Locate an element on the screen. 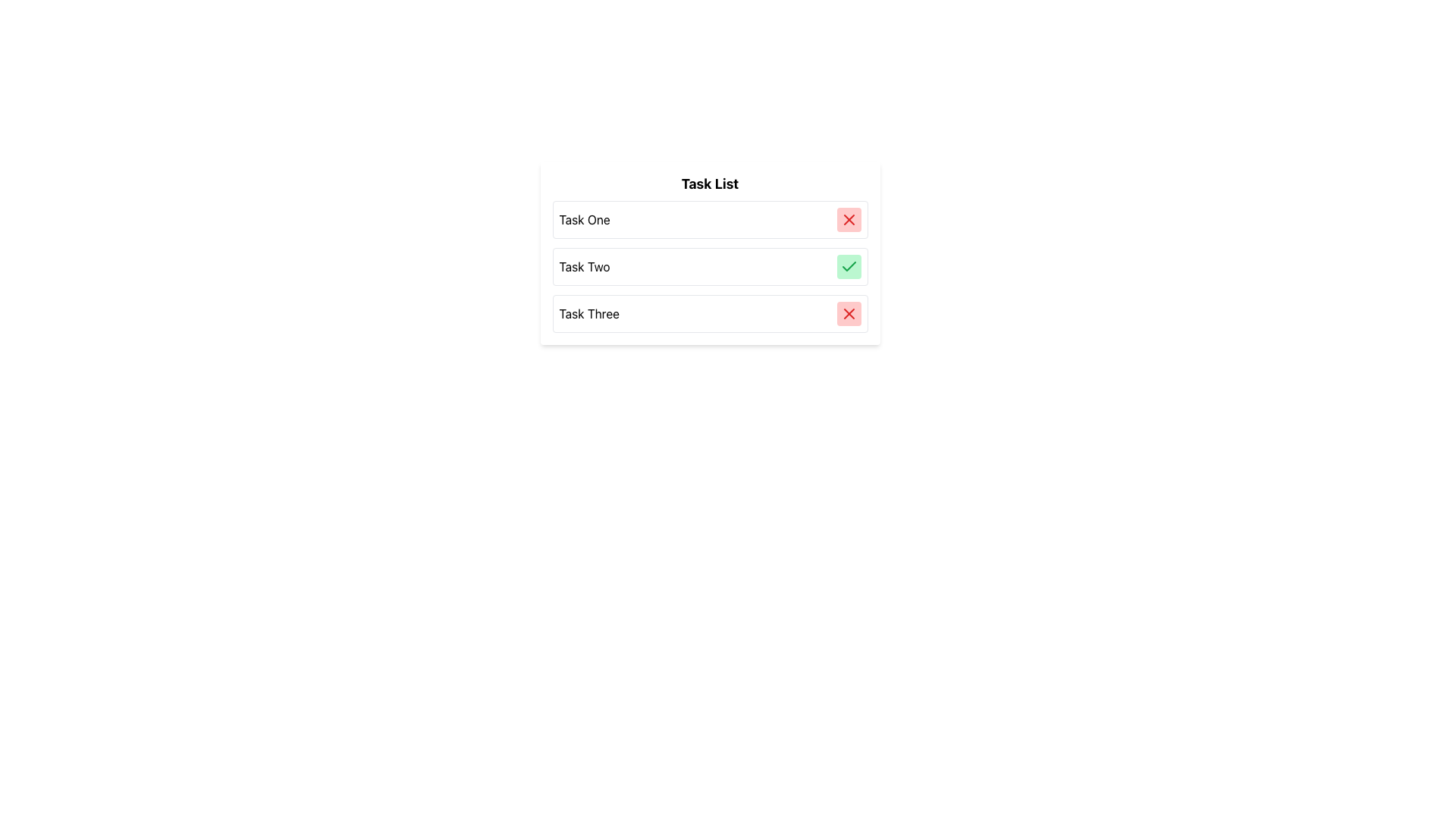 The height and width of the screenshot is (819, 1456). the second text label in a vertical task list, which serves as the title or description of a task and is located next to a green checkmark is located at coordinates (584, 265).